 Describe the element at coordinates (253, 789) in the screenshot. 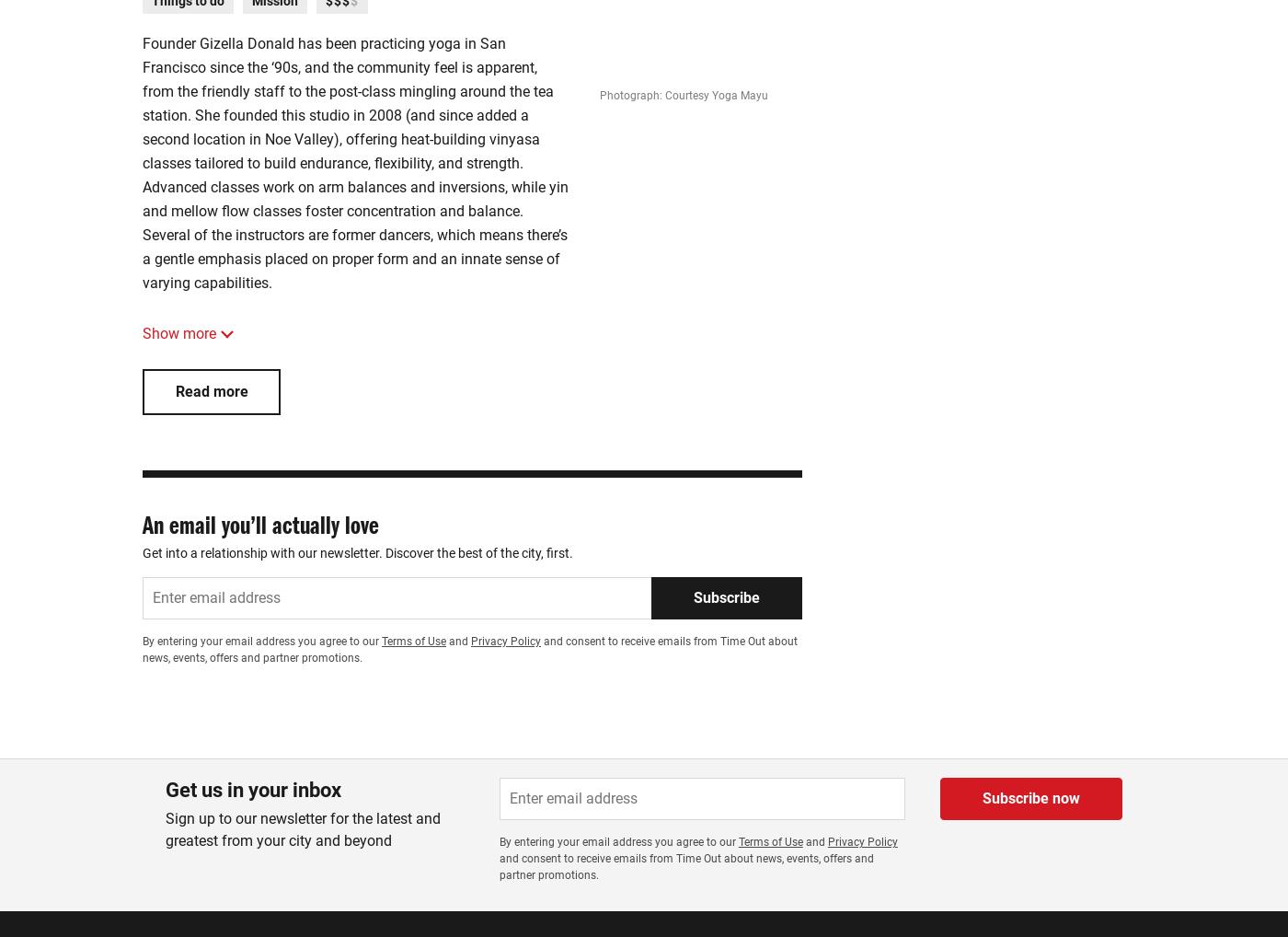

I see `'Get us in your inbox'` at that location.